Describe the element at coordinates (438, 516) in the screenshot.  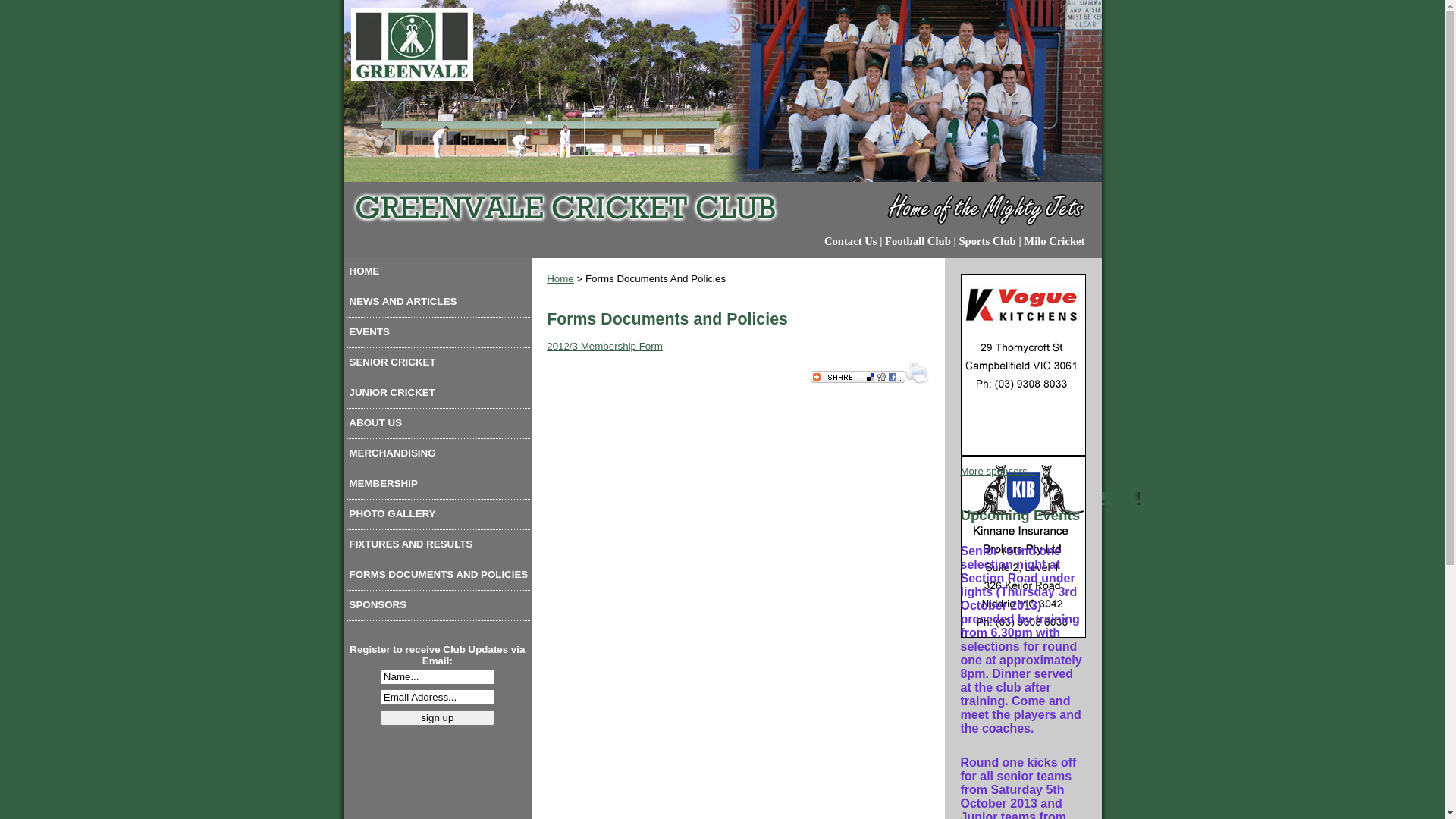
I see `'PHOTO GALLERY'` at that location.